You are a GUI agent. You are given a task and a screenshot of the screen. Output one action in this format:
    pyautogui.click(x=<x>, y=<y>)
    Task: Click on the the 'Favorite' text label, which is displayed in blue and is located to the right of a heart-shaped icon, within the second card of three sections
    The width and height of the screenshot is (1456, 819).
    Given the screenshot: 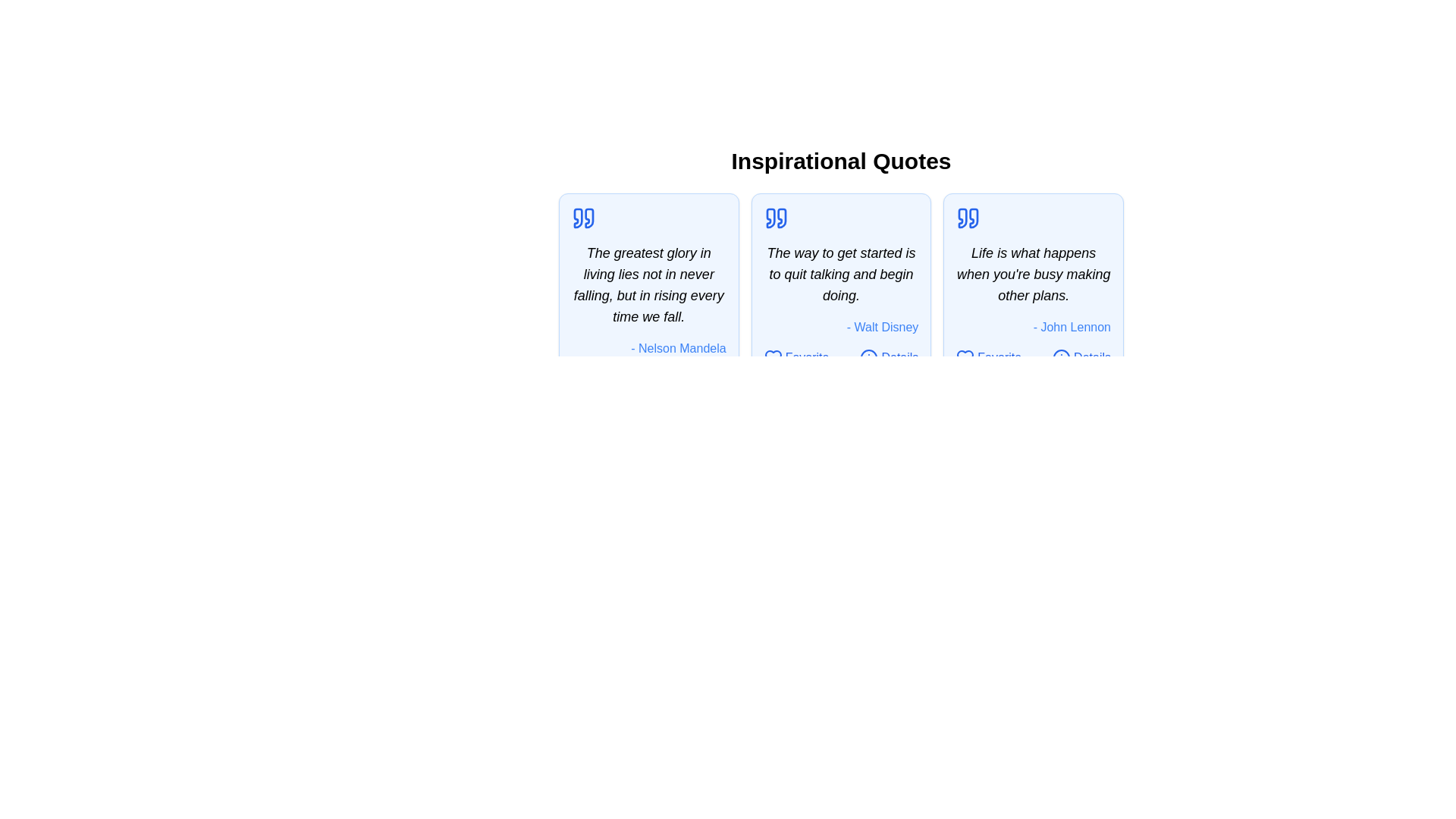 What is the action you would take?
    pyautogui.click(x=806, y=357)
    